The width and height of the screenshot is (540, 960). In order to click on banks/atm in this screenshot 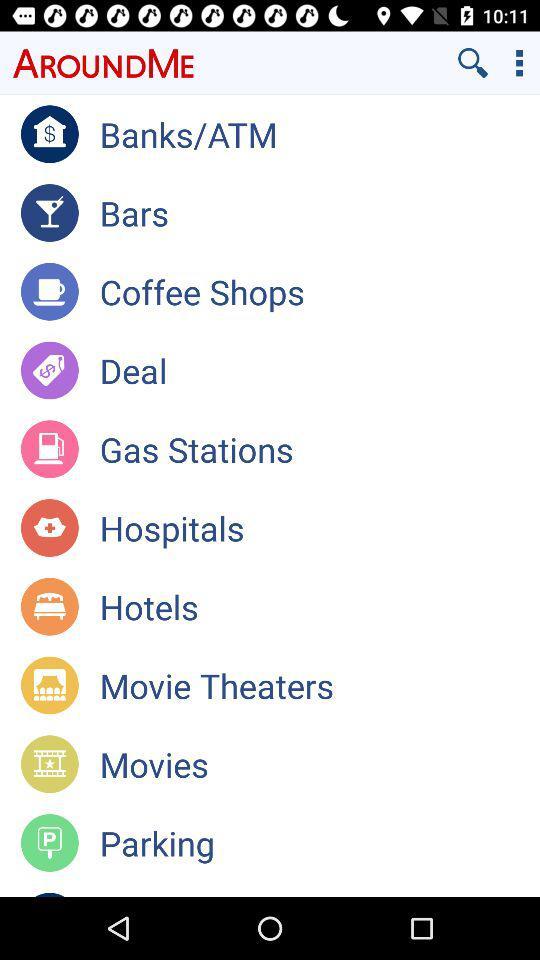, I will do `click(319, 133)`.